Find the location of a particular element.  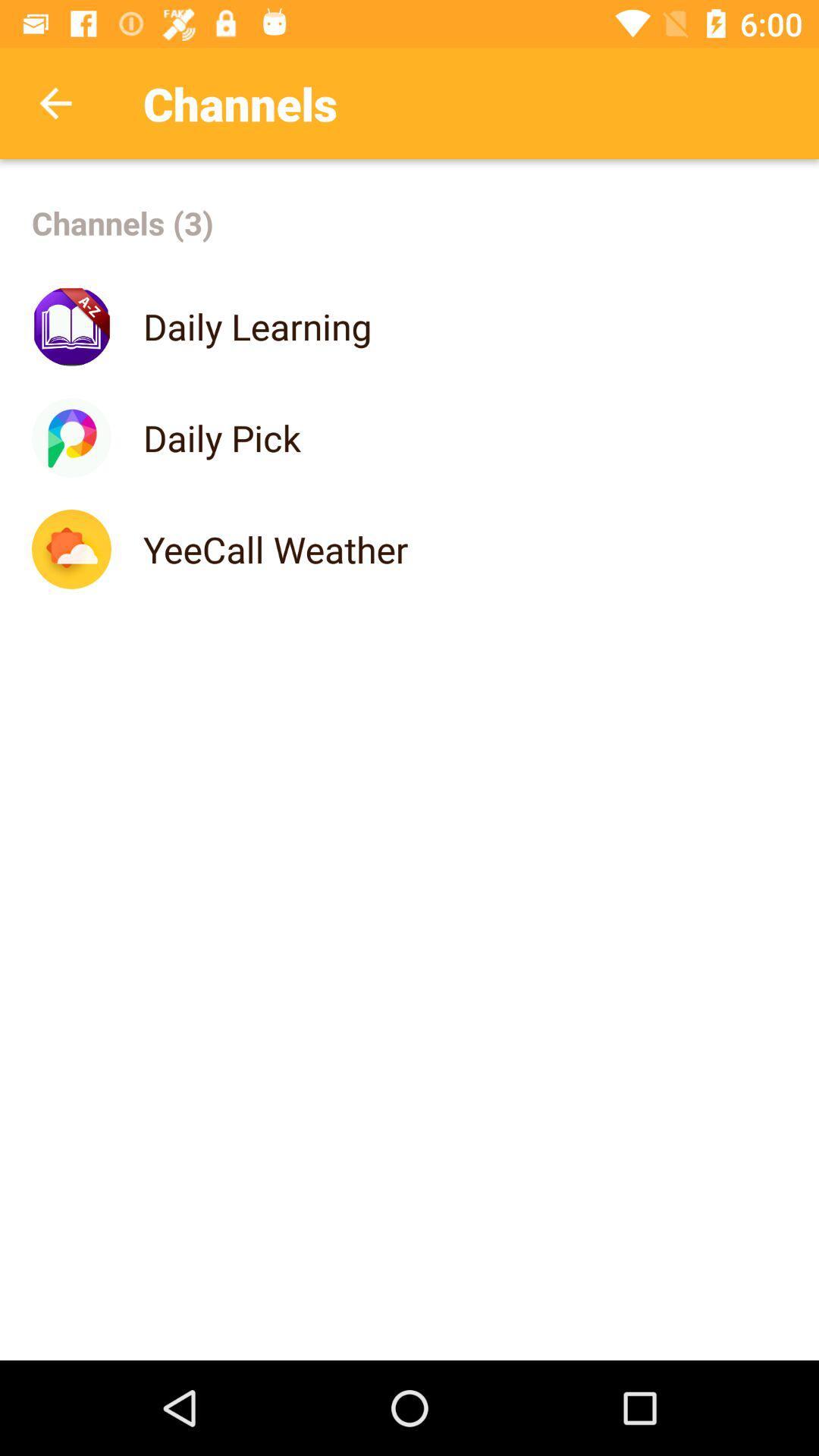

icon above channels (3) icon is located at coordinates (55, 102).